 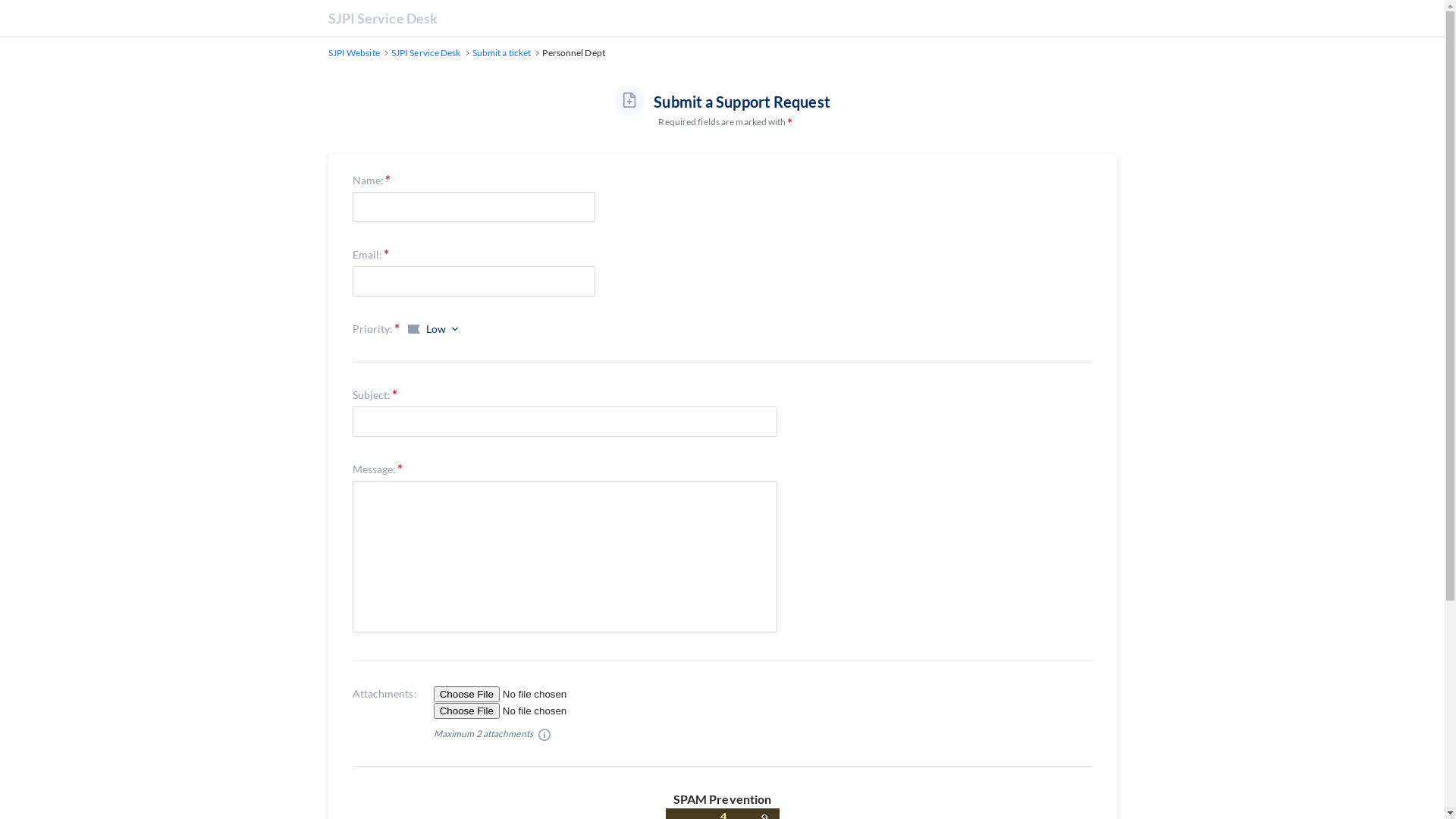 What do you see at coordinates (425, 52) in the screenshot?
I see `'SJPI Service Desk'` at bounding box center [425, 52].